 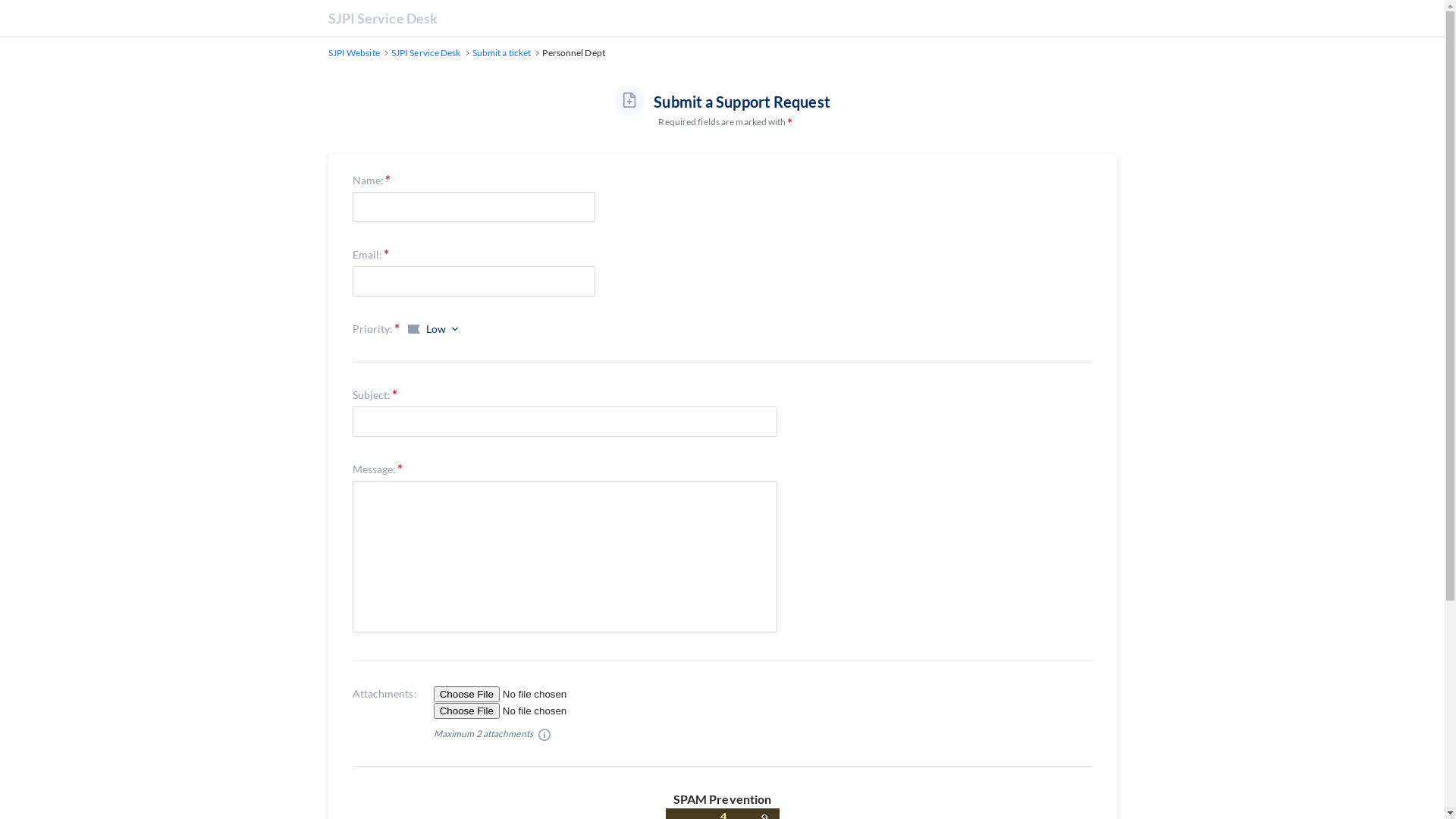 What do you see at coordinates (425, 52) in the screenshot?
I see `'SJPI Service Desk'` at bounding box center [425, 52].